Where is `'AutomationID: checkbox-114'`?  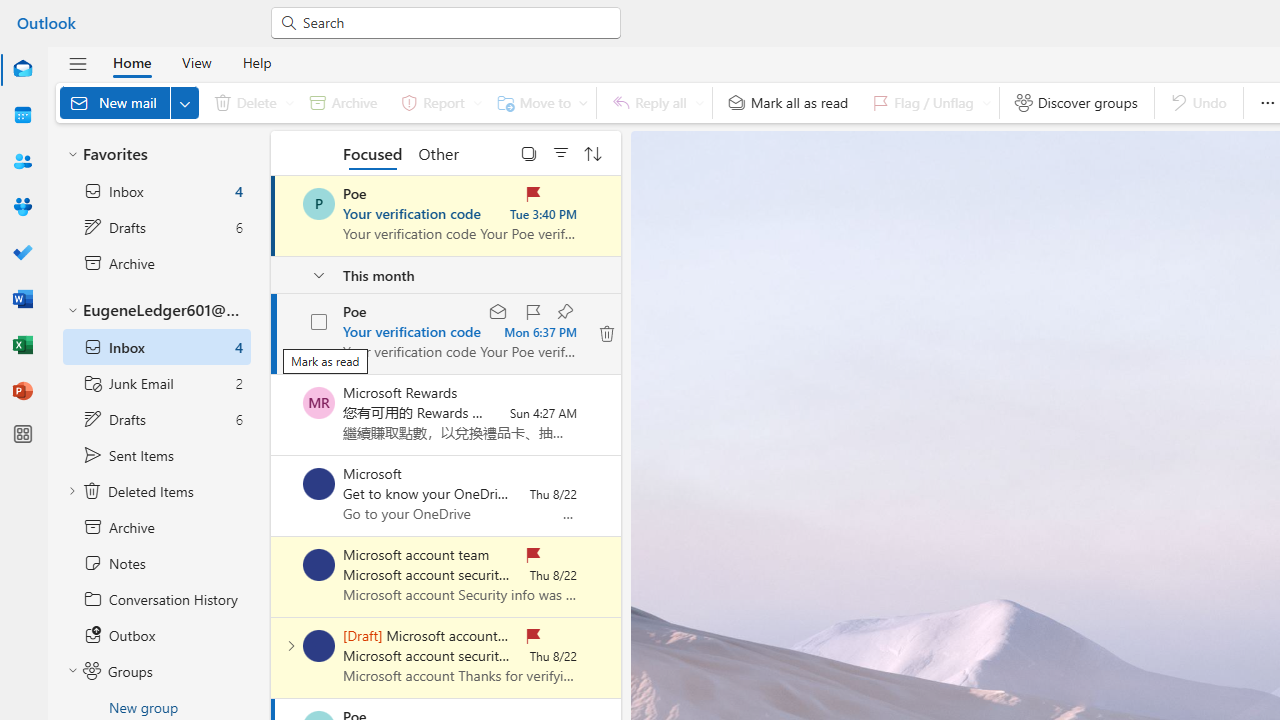 'AutomationID: checkbox-114' is located at coordinates (320, 321).